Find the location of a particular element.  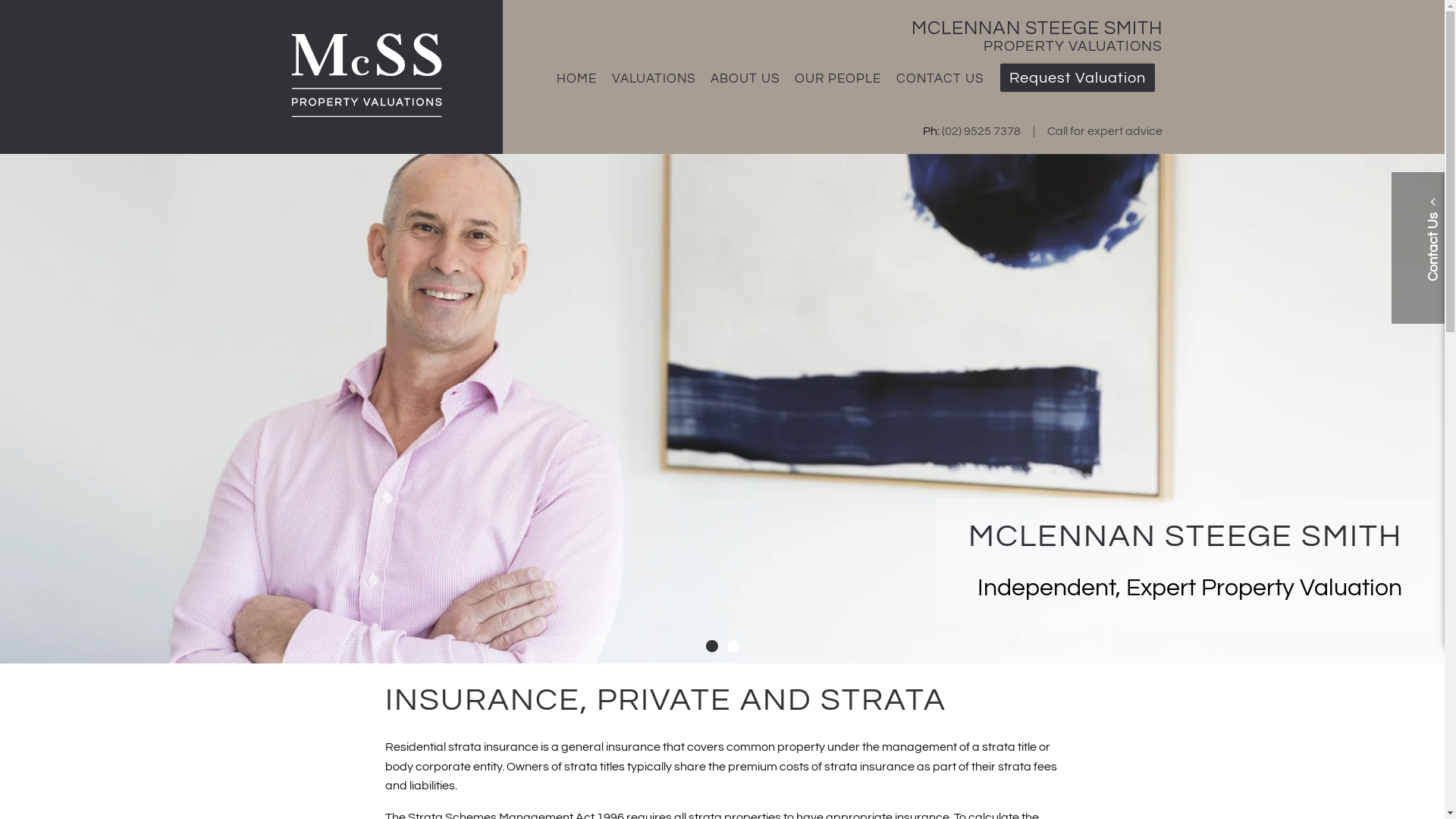

'VALUATIONS' is located at coordinates (653, 79).